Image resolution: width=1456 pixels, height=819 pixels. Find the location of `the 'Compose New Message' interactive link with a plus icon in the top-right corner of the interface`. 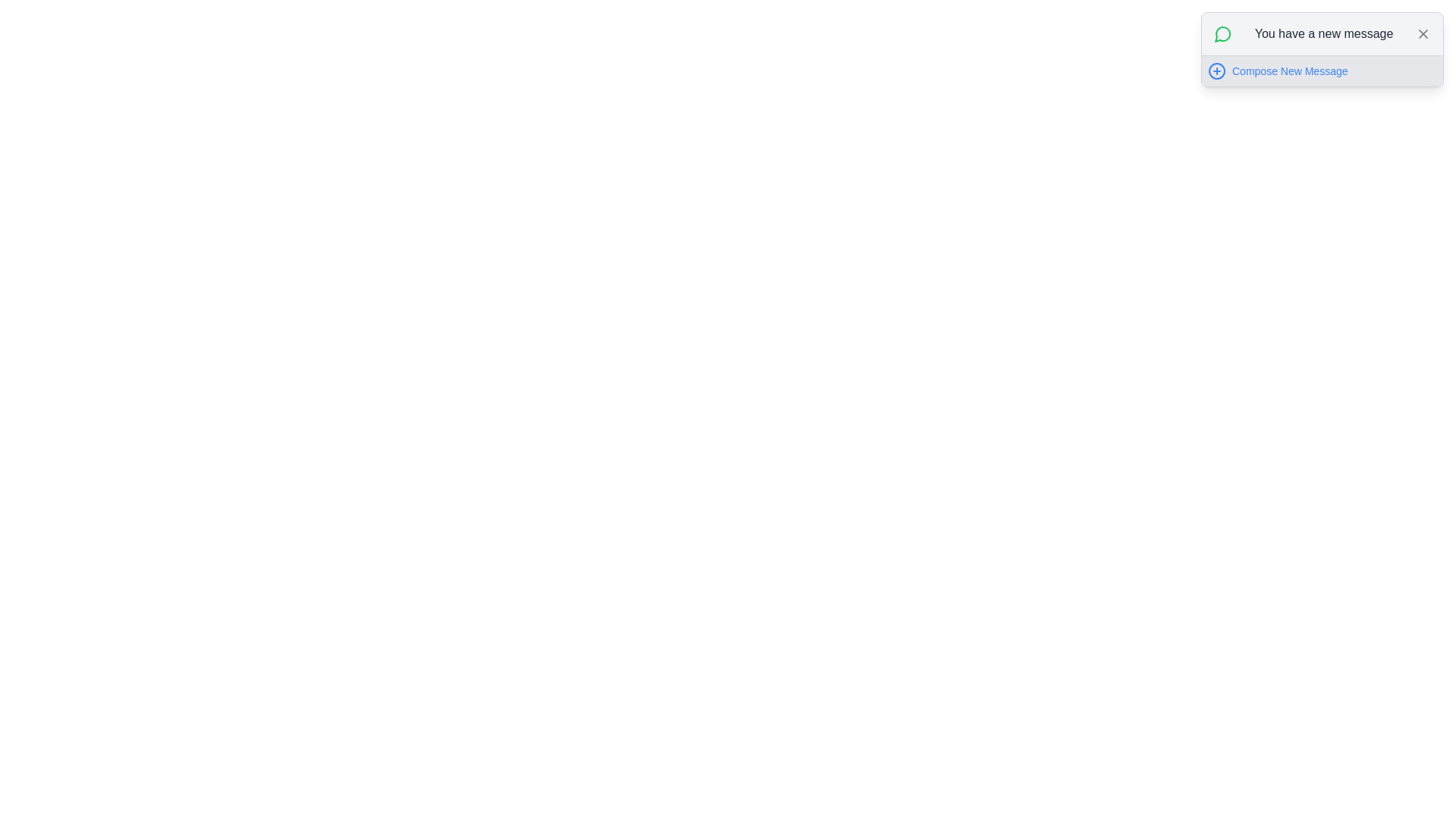

the 'Compose New Message' interactive link with a plus icon in the top-right corner of the interface is located at coordinates (1321, 70).